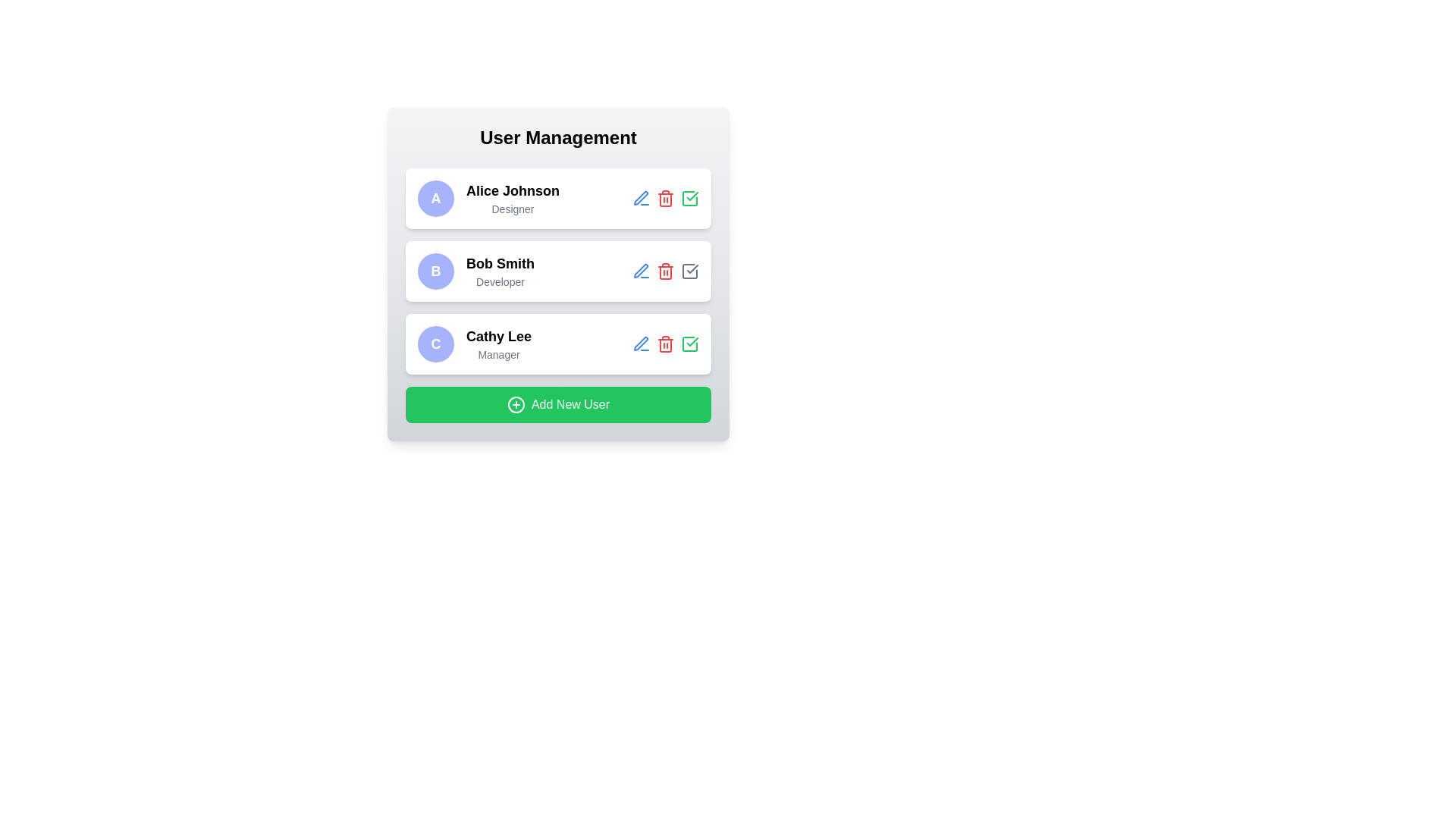  Describe the element at coordinates (689, 271) in the screenshot. I see `the Checkbox-like icon to approve the user entry 'Bob Smith, Developer', which is the fourth icon in the User Management interface` at that location.